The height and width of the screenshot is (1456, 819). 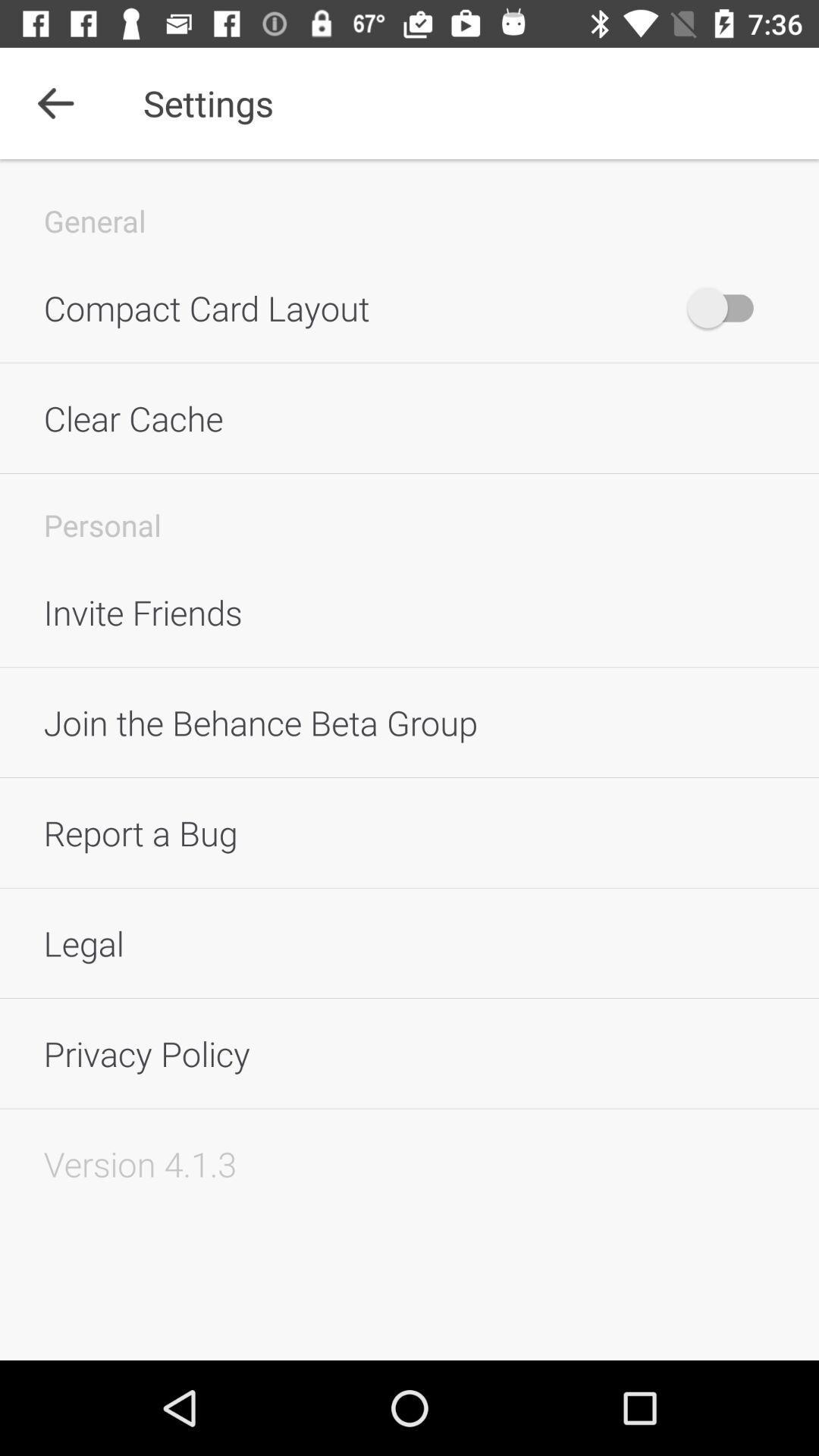 What do you see at coordinates (55, 102) in the screenshot?
I see `the icon above general item` at bounding box center [55, 102].